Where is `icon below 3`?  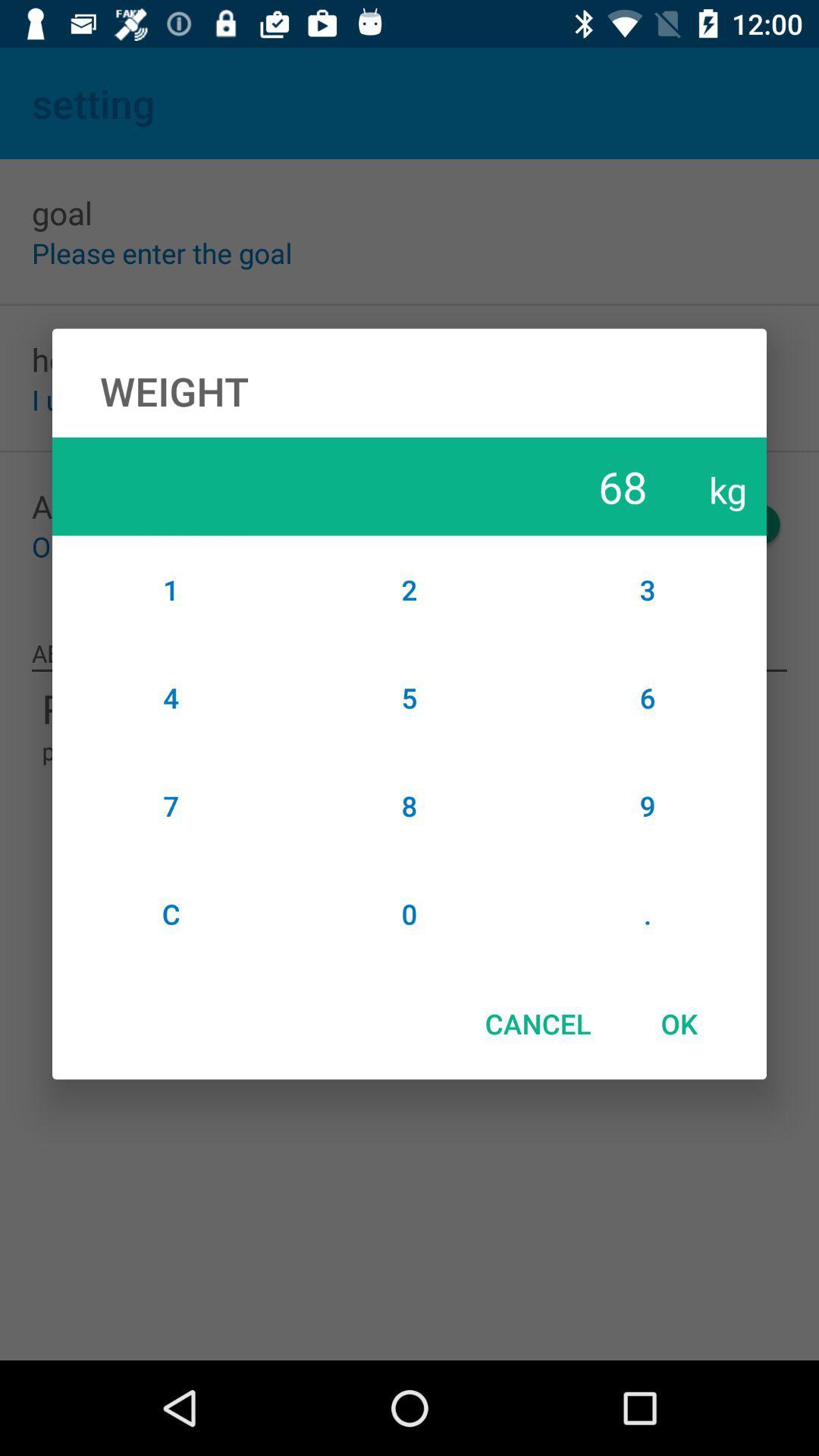 icon below 3 is located at coordinates (648, 697).